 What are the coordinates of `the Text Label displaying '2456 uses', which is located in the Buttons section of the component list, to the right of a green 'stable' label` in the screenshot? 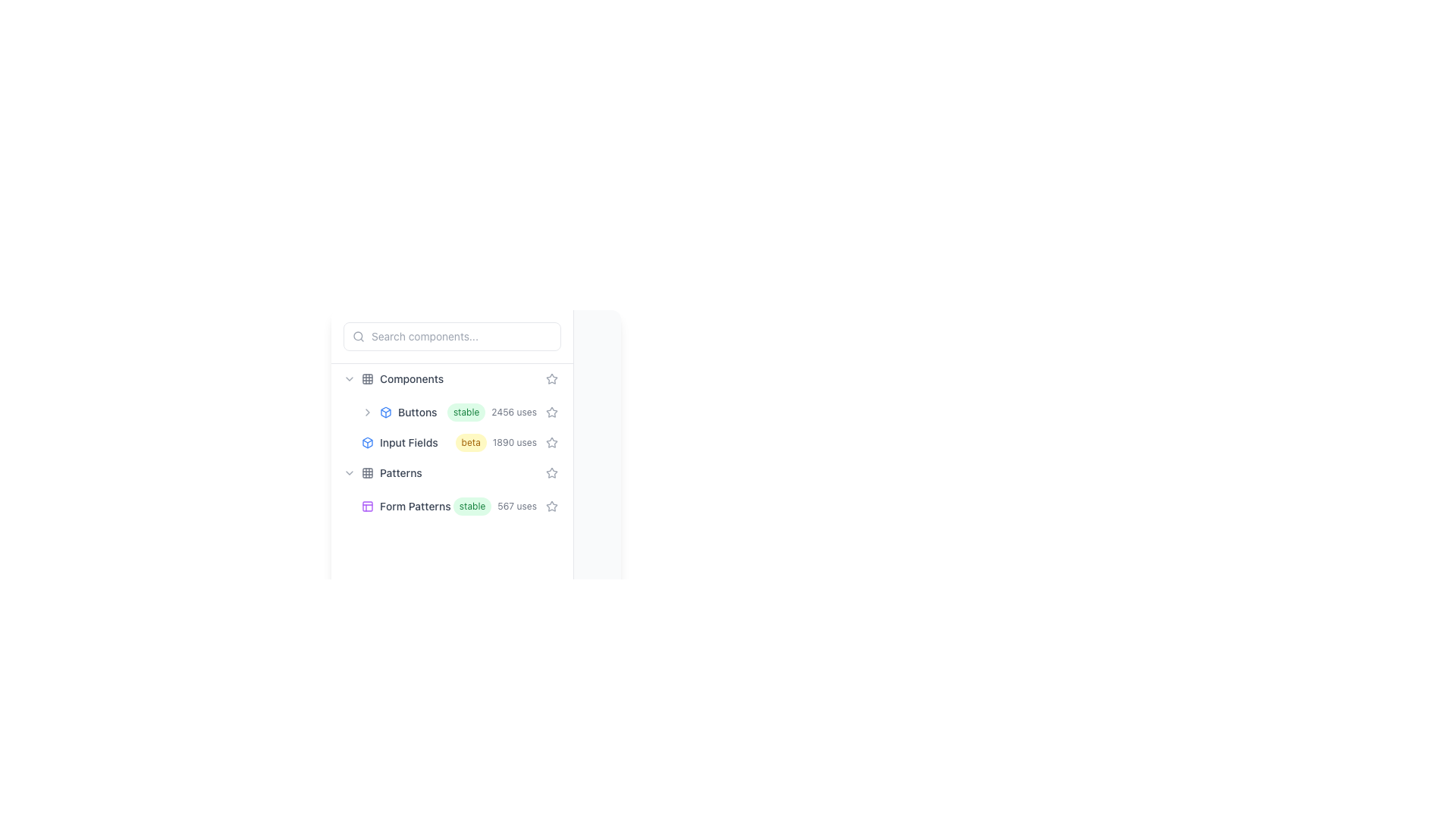 It's located at (514, 412).